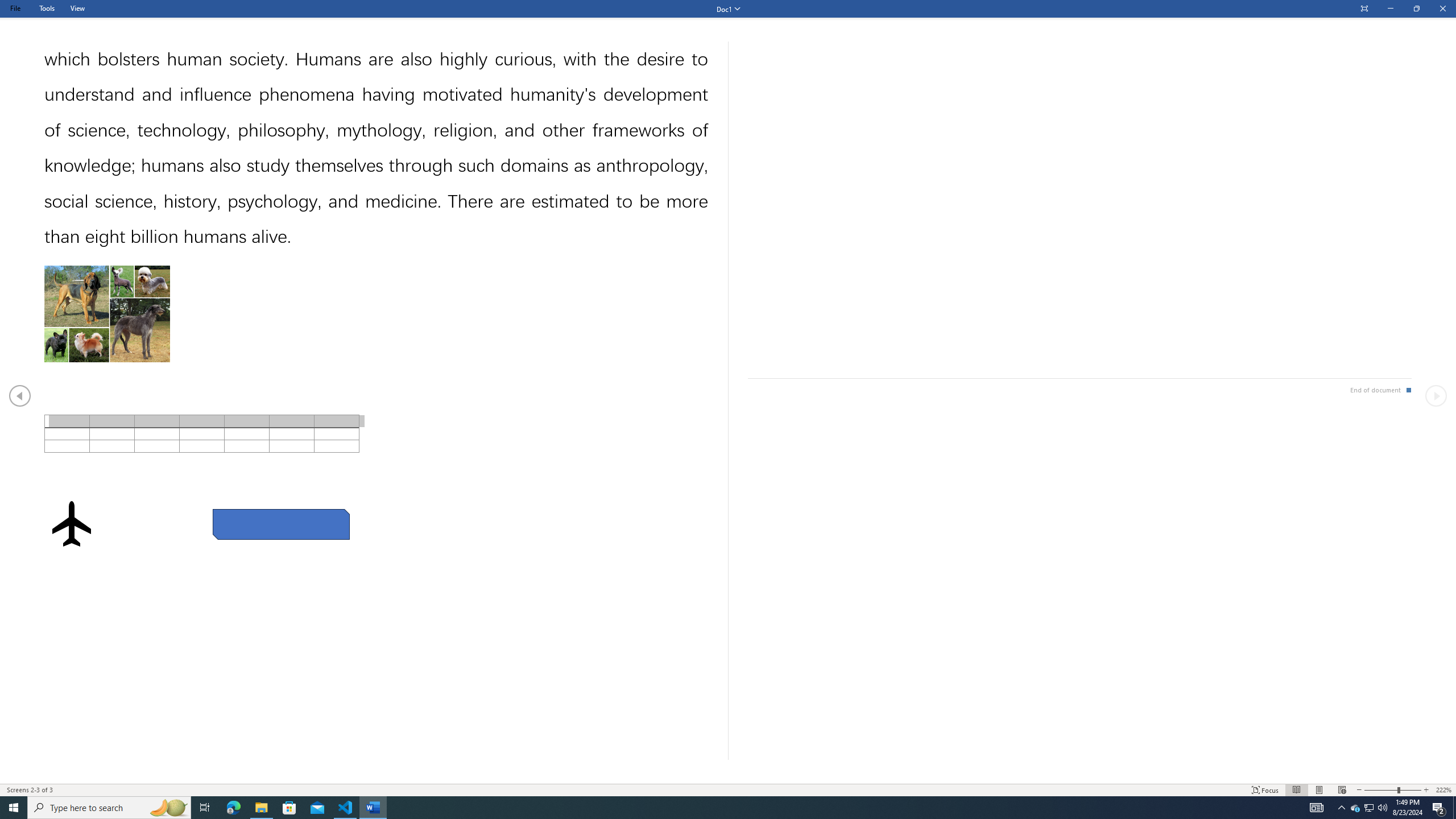 The image size is (1456, 819). I want to click on 'Tools', so click(46, 8).